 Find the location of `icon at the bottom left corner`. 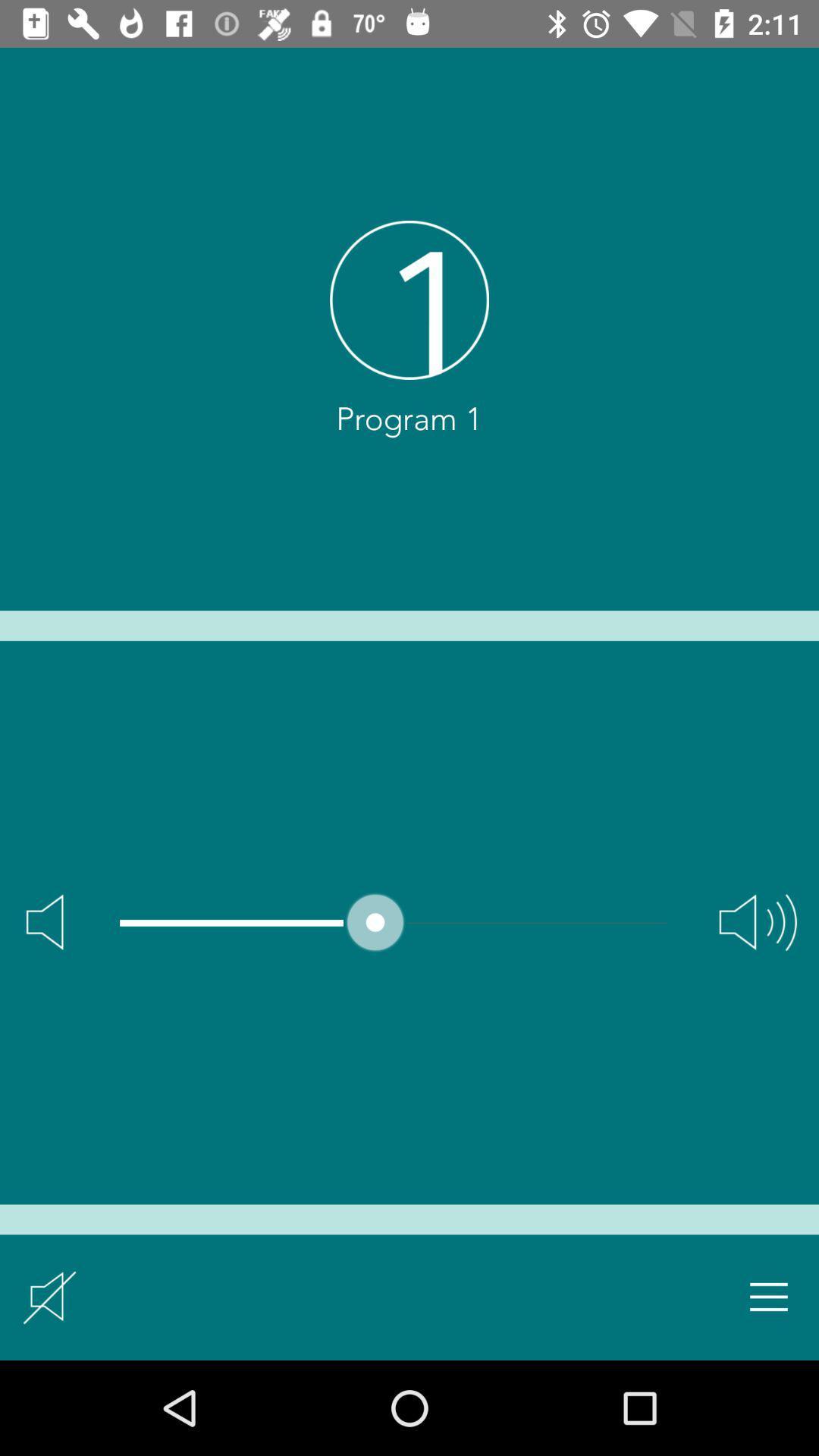

icon at the bottom left corner is located at coordinates (49, 1296).